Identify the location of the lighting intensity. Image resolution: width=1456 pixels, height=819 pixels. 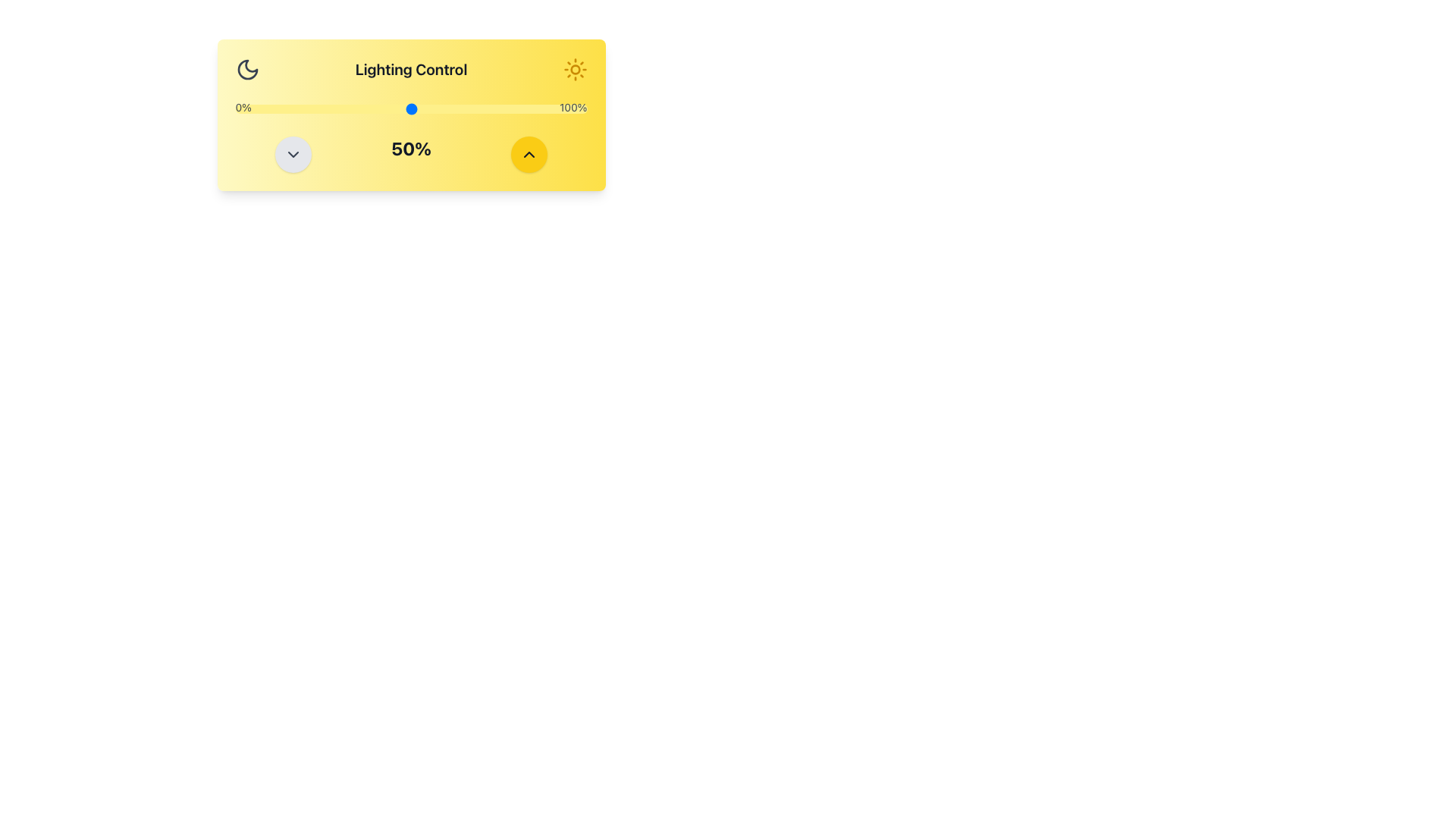
(481, 108).